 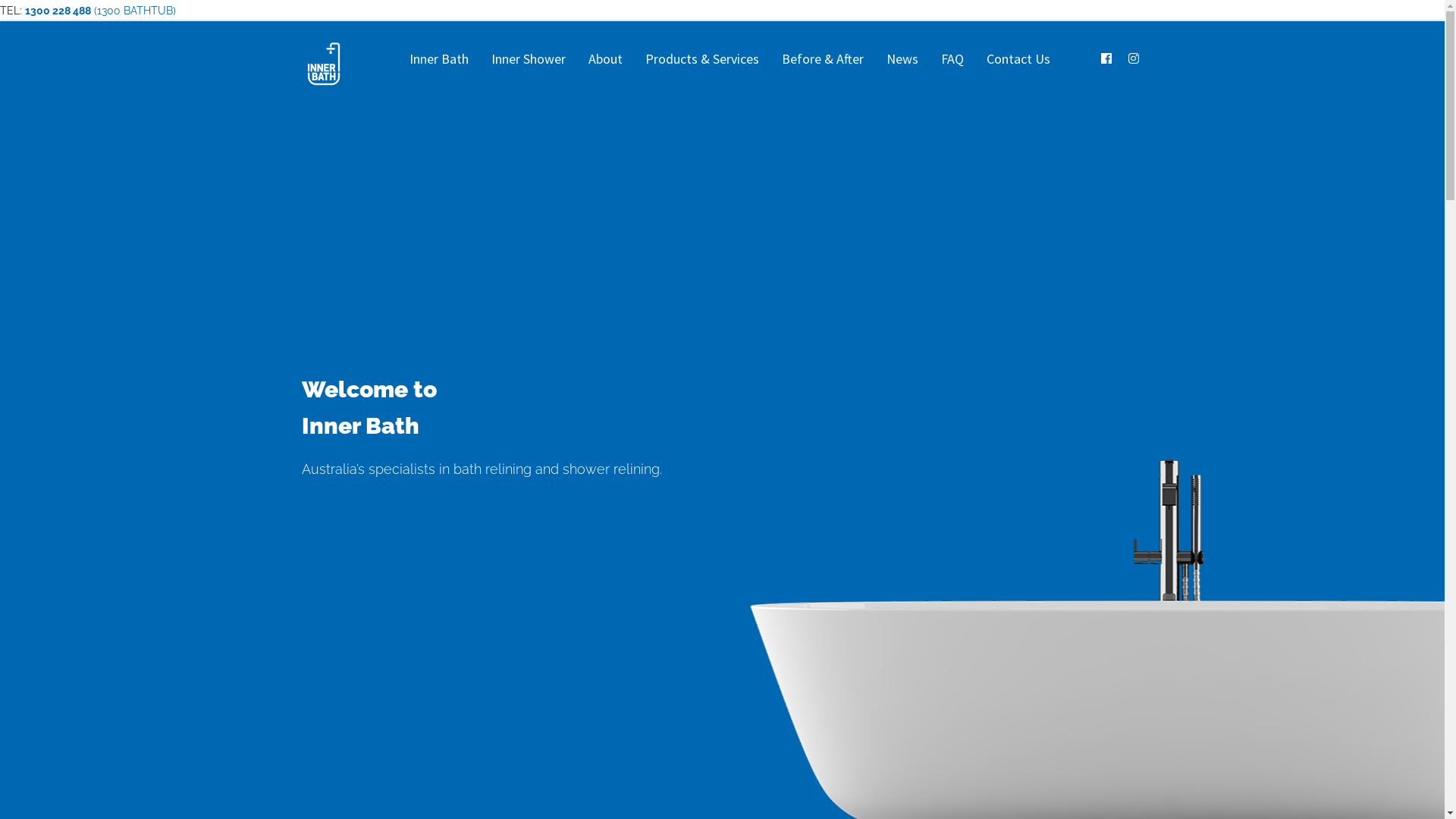 I want to click on 'Products & Services', so click(x=701, y=58).